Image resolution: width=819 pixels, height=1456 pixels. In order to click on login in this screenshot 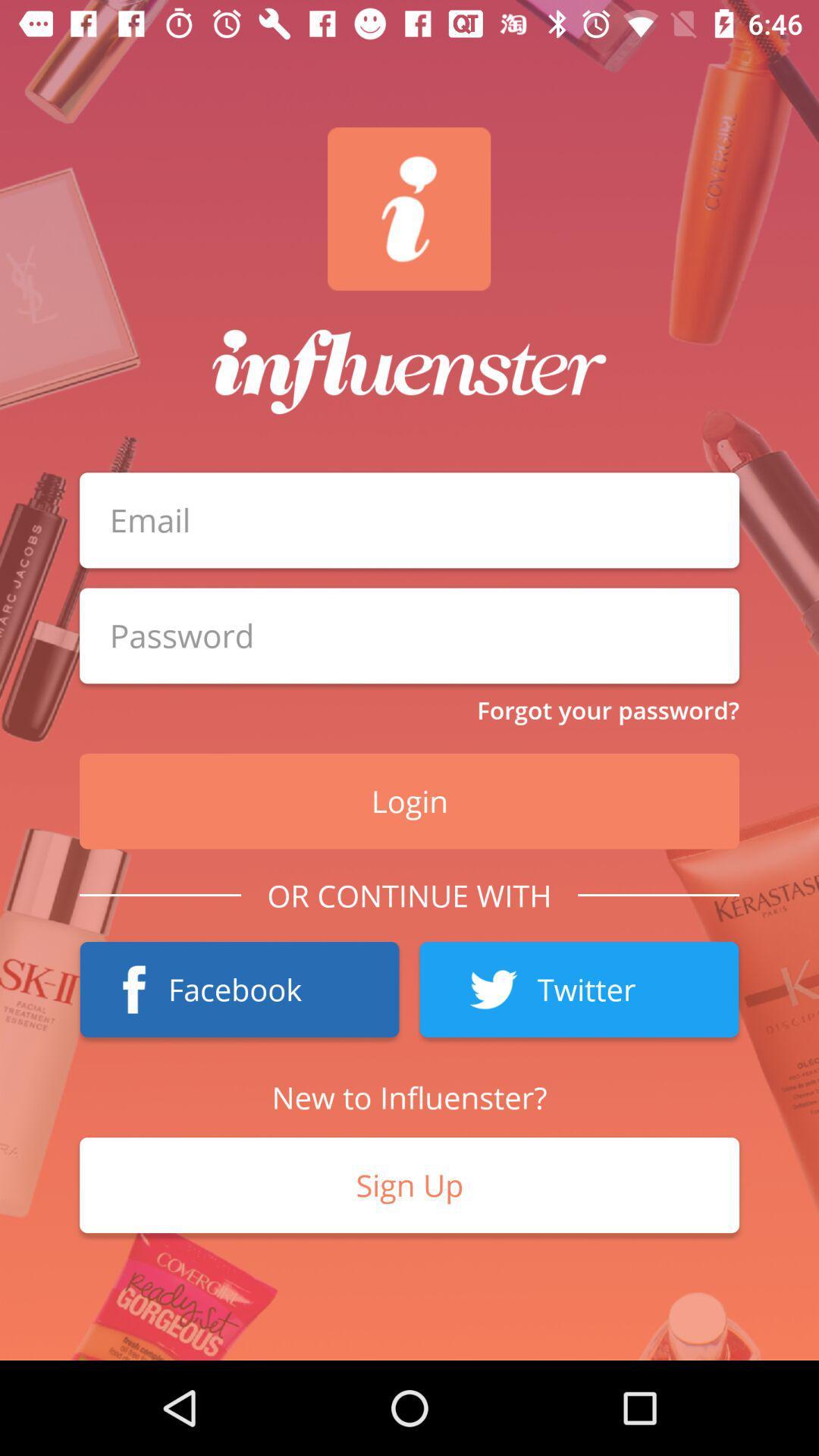, I will do `click(409, 635)`.